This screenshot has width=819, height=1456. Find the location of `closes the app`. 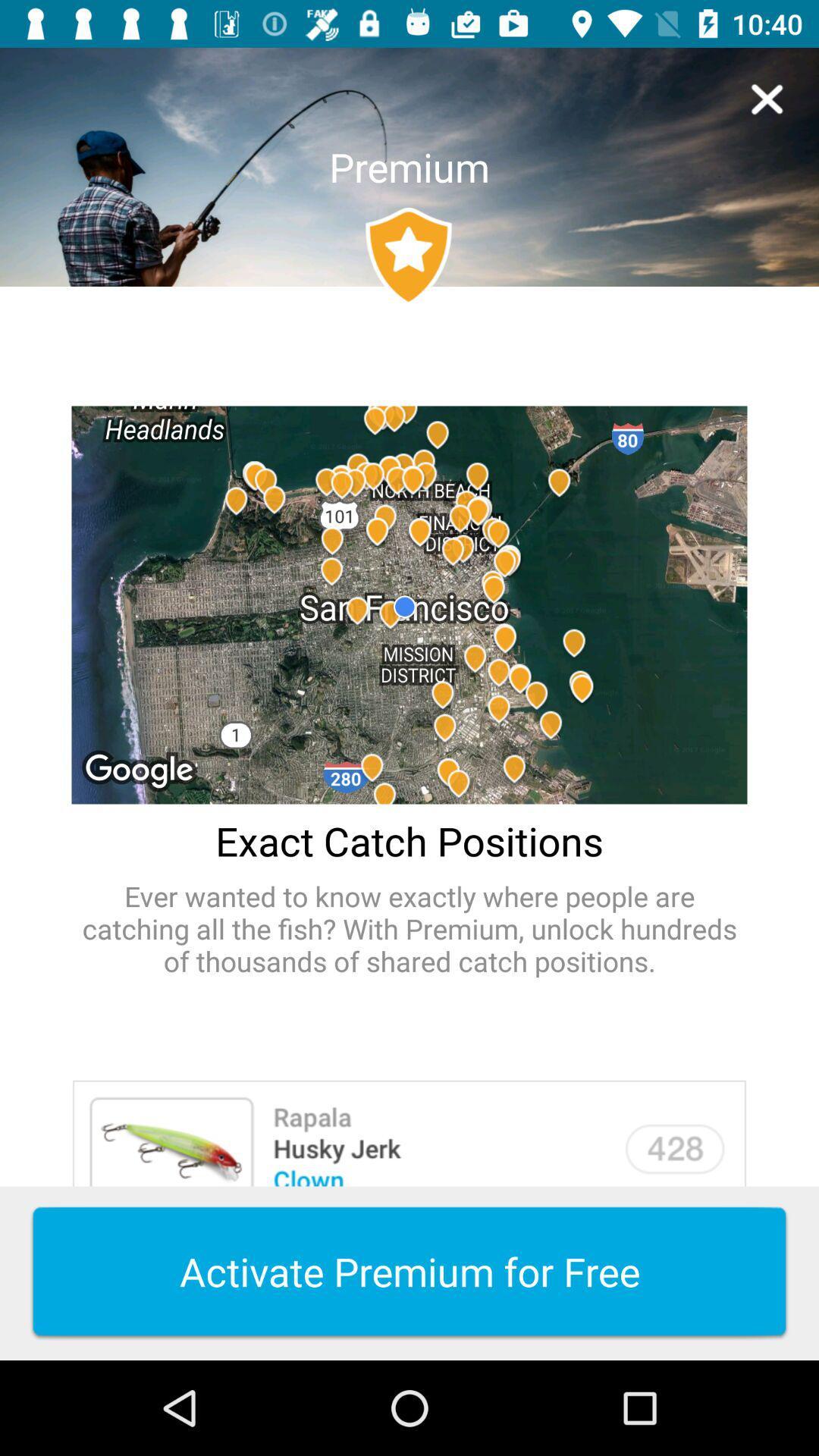

closes the app is located at coordinates (767, 99).